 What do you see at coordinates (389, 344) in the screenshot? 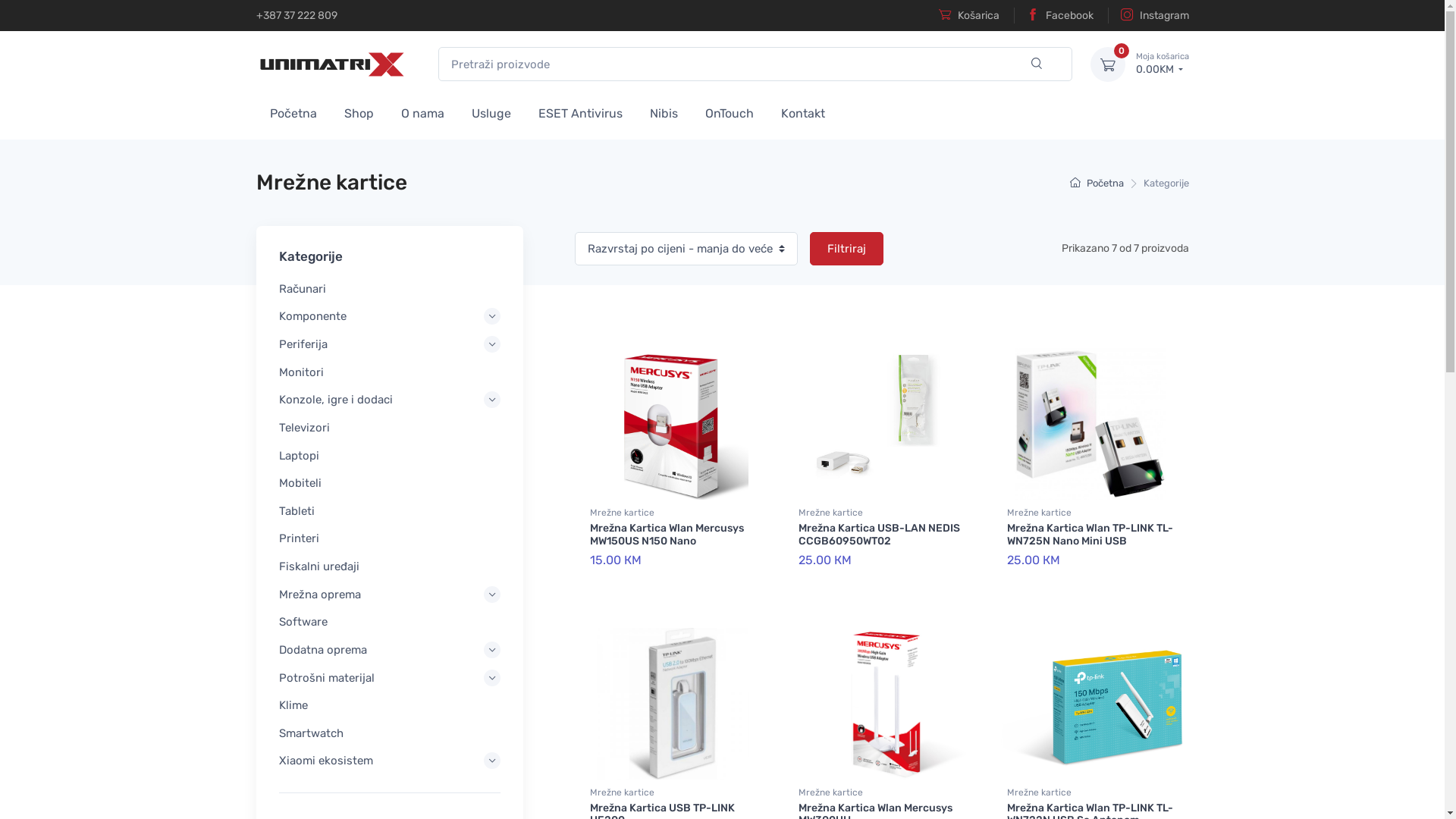
I see `'Periferija'` at bounding box center [389, 344].